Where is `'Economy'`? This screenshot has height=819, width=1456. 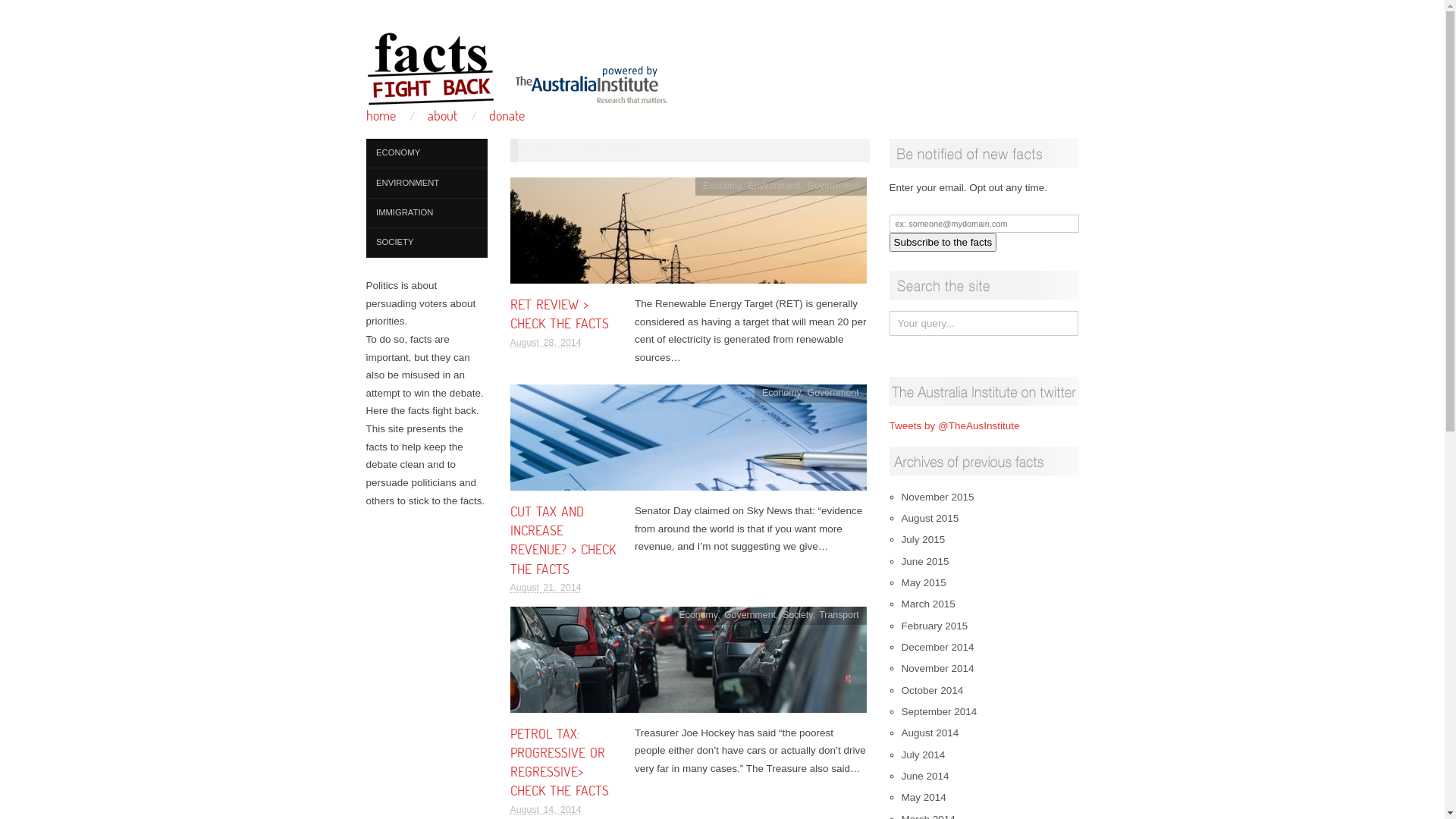
'Economy' is located at coordinates (721, 185).